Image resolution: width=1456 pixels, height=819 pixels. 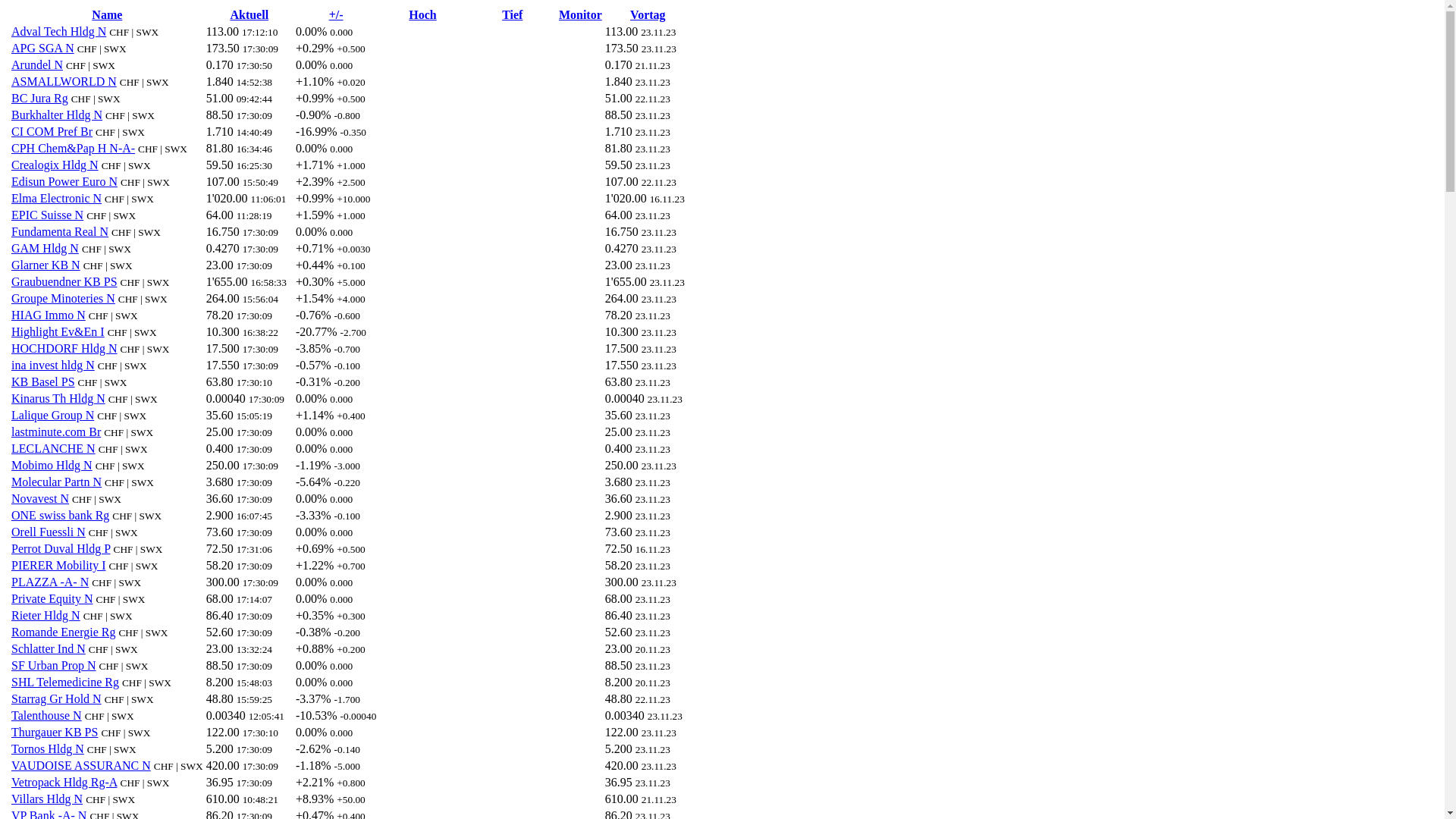 I want to click on 'Vortag', so click(x=648, y=14).